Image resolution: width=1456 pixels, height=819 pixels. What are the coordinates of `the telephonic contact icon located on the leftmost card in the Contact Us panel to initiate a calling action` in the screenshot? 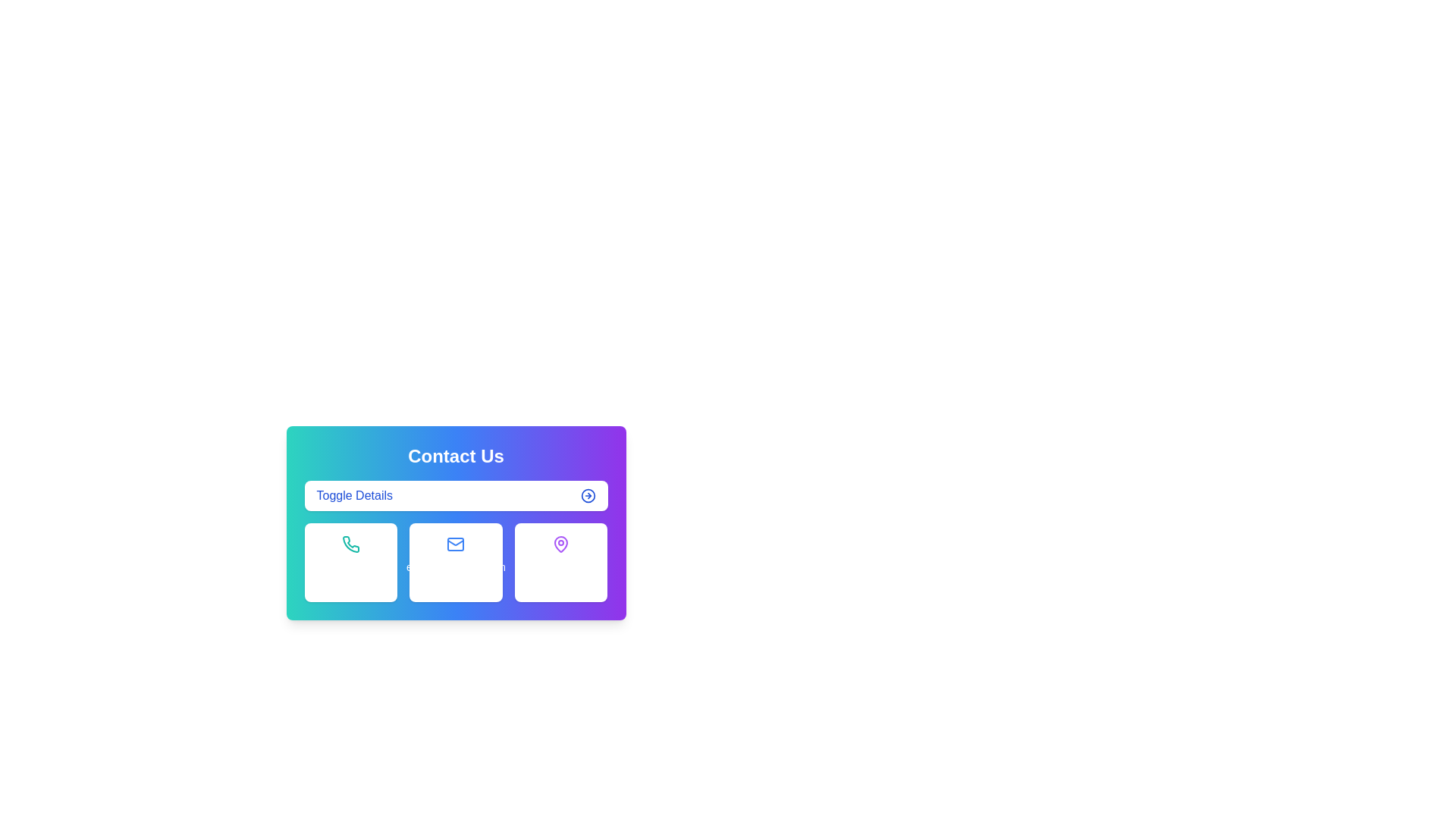 It's located at (350, 543).